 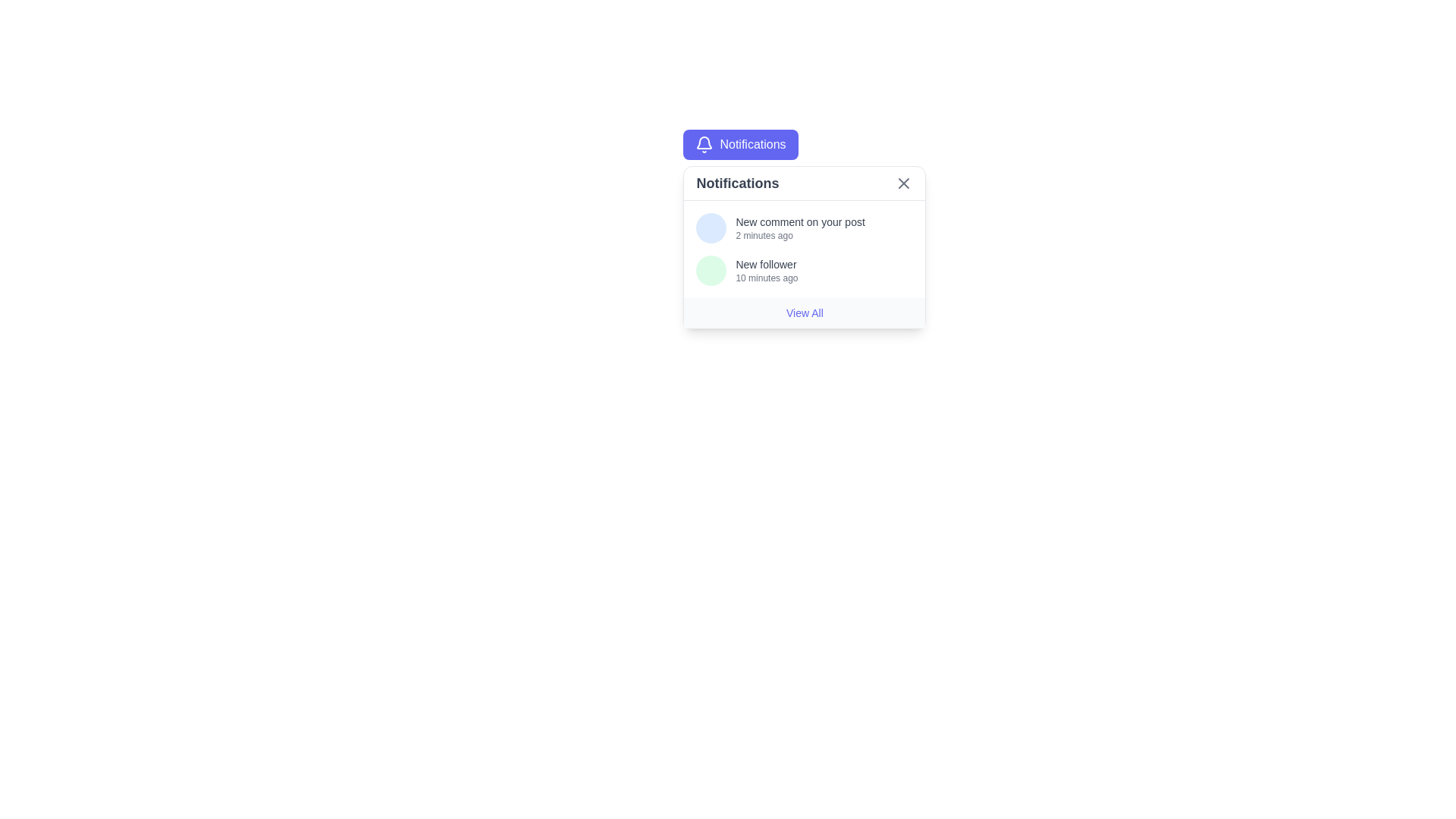 What do you see at coordinates (804, 312) in the screenshot?
I see `the 'View All' hyperlink, which is styled with indigo text and appears at the bottom-center of the notification dropdown panel` at bounding box center [804, 312].